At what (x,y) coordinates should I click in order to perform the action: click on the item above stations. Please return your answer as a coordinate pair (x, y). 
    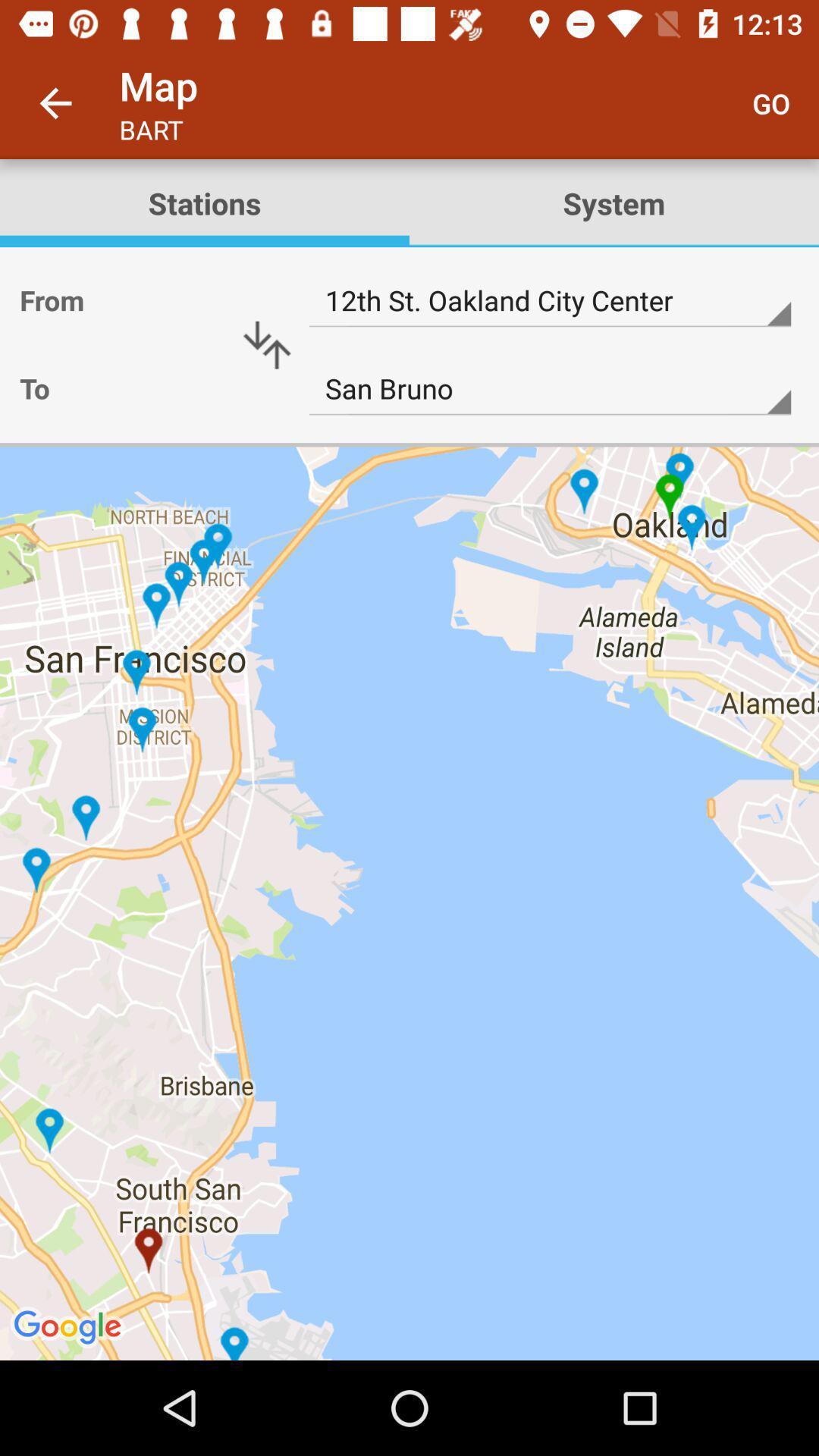
    Looking at the image, I should click on (55, 102).